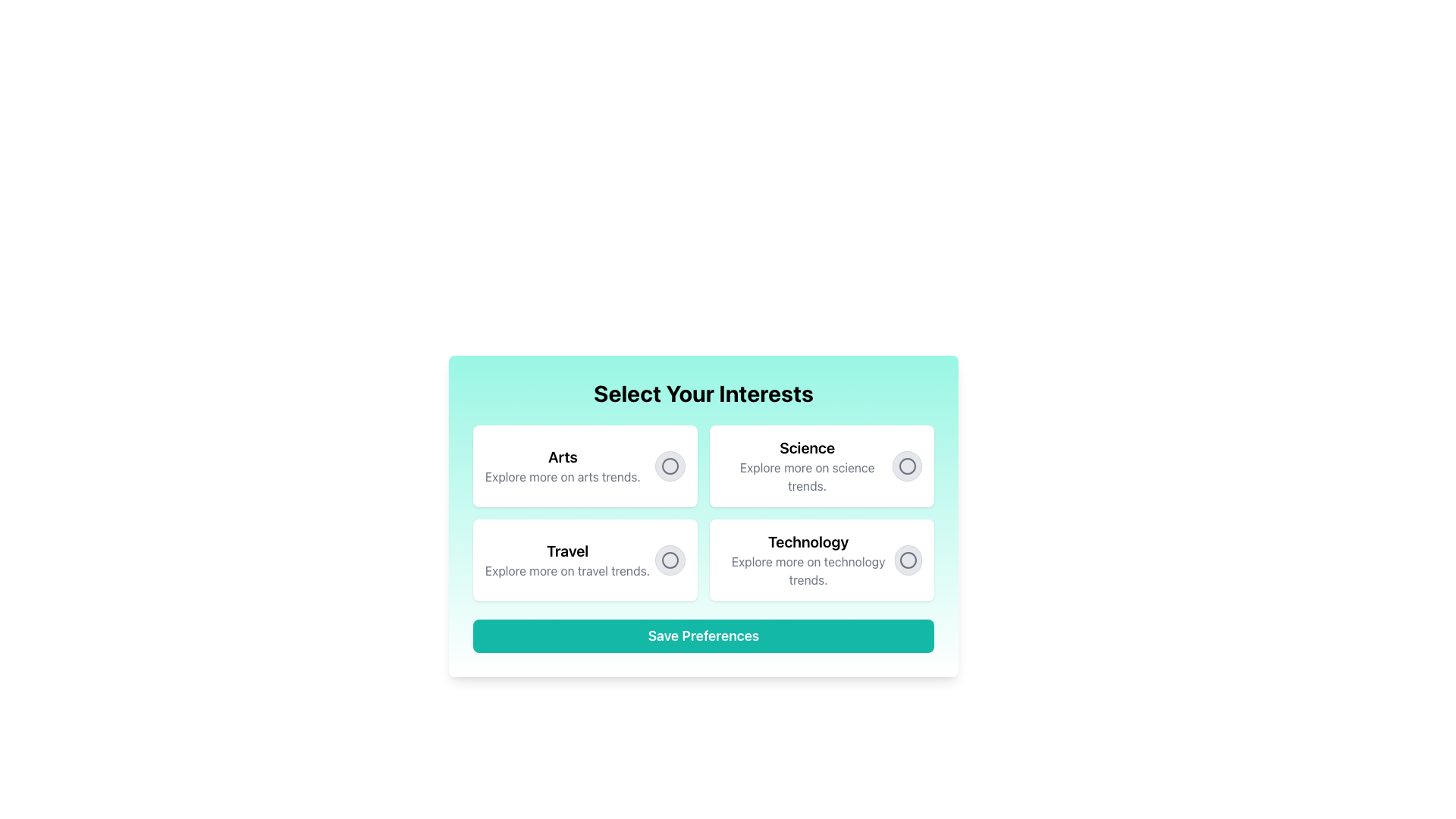  Describe the element at coordinates (806, 475) in the screenshot. I see `the text label 'Explore more on science trends.' which is located beneath the title 'Science' in the second column of the 'Select Your Interests' section` at that location.